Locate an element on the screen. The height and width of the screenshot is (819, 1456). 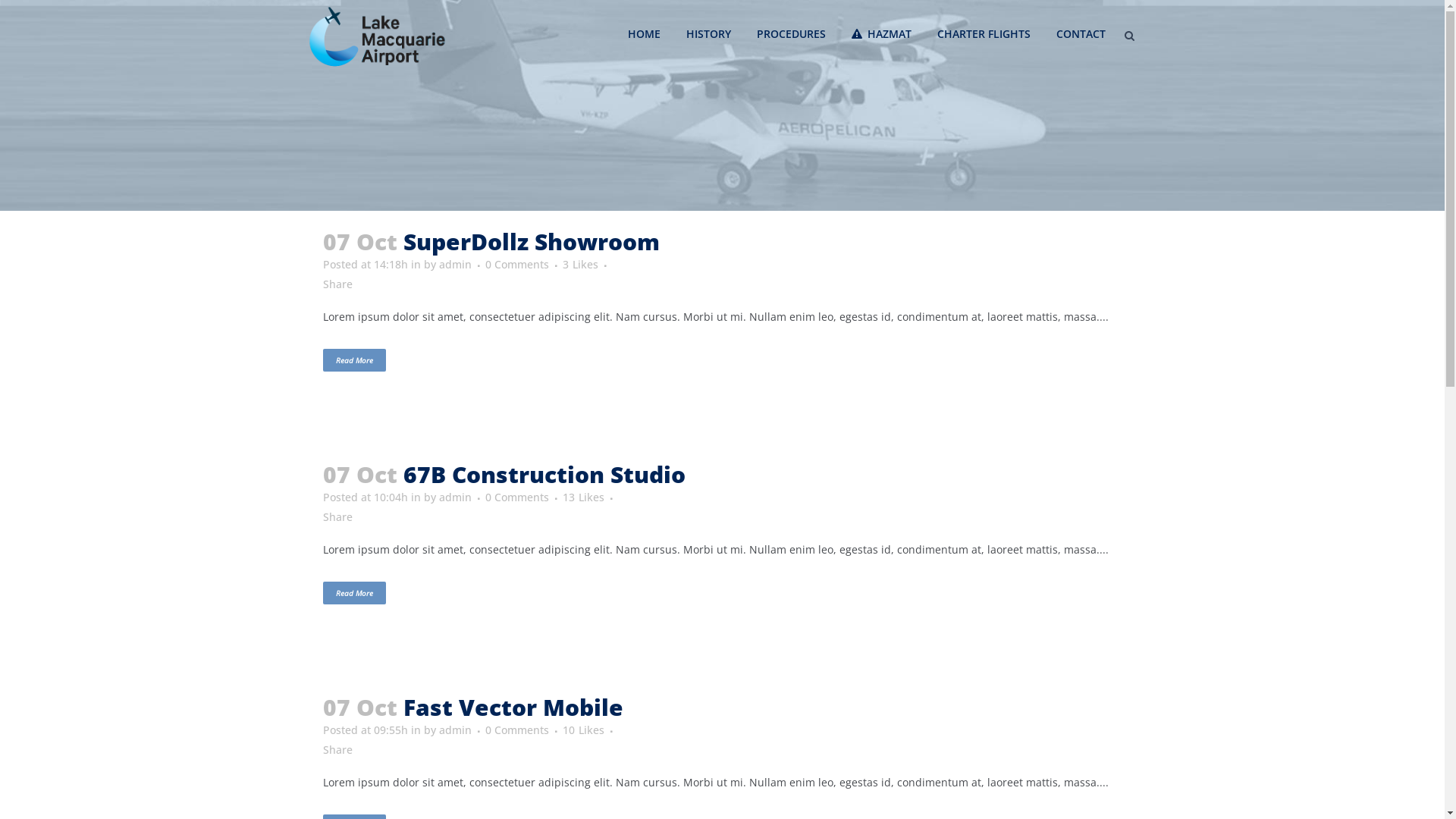
'HISTORY' is located at coordinates (708, 34).